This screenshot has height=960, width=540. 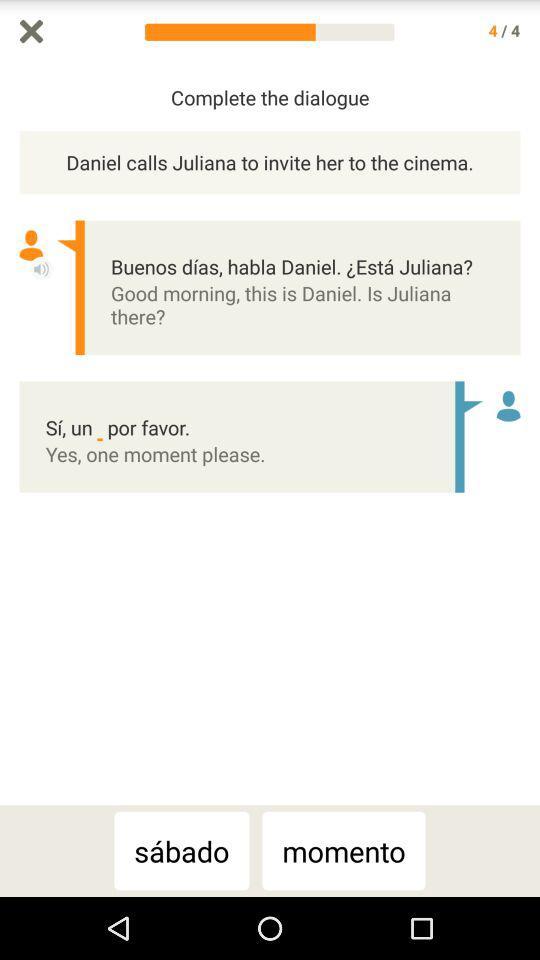 I want to click on scroll up or down, so click(x=530, y=434).